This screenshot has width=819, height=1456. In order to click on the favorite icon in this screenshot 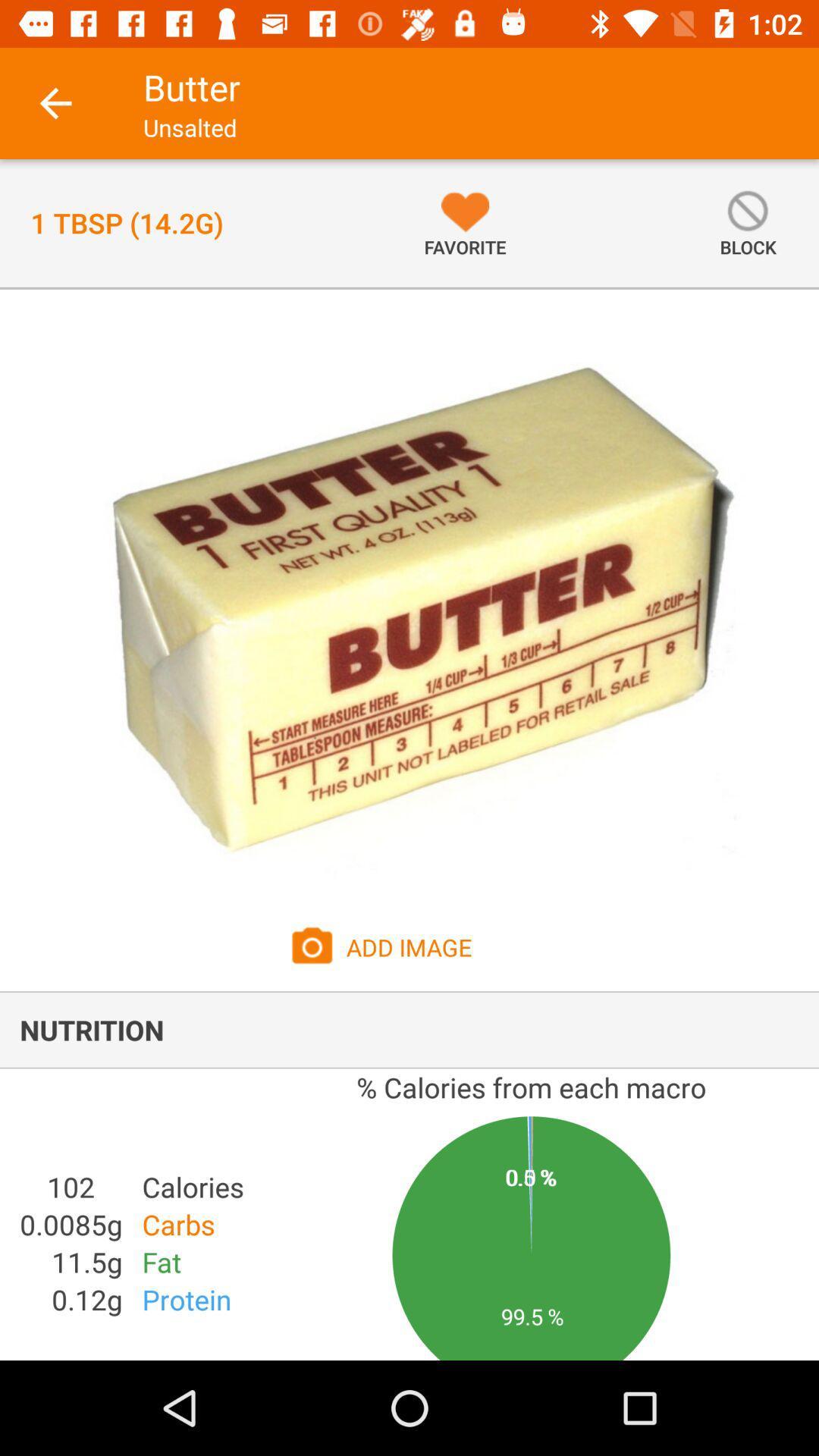, I will do `click(464, 222)`.